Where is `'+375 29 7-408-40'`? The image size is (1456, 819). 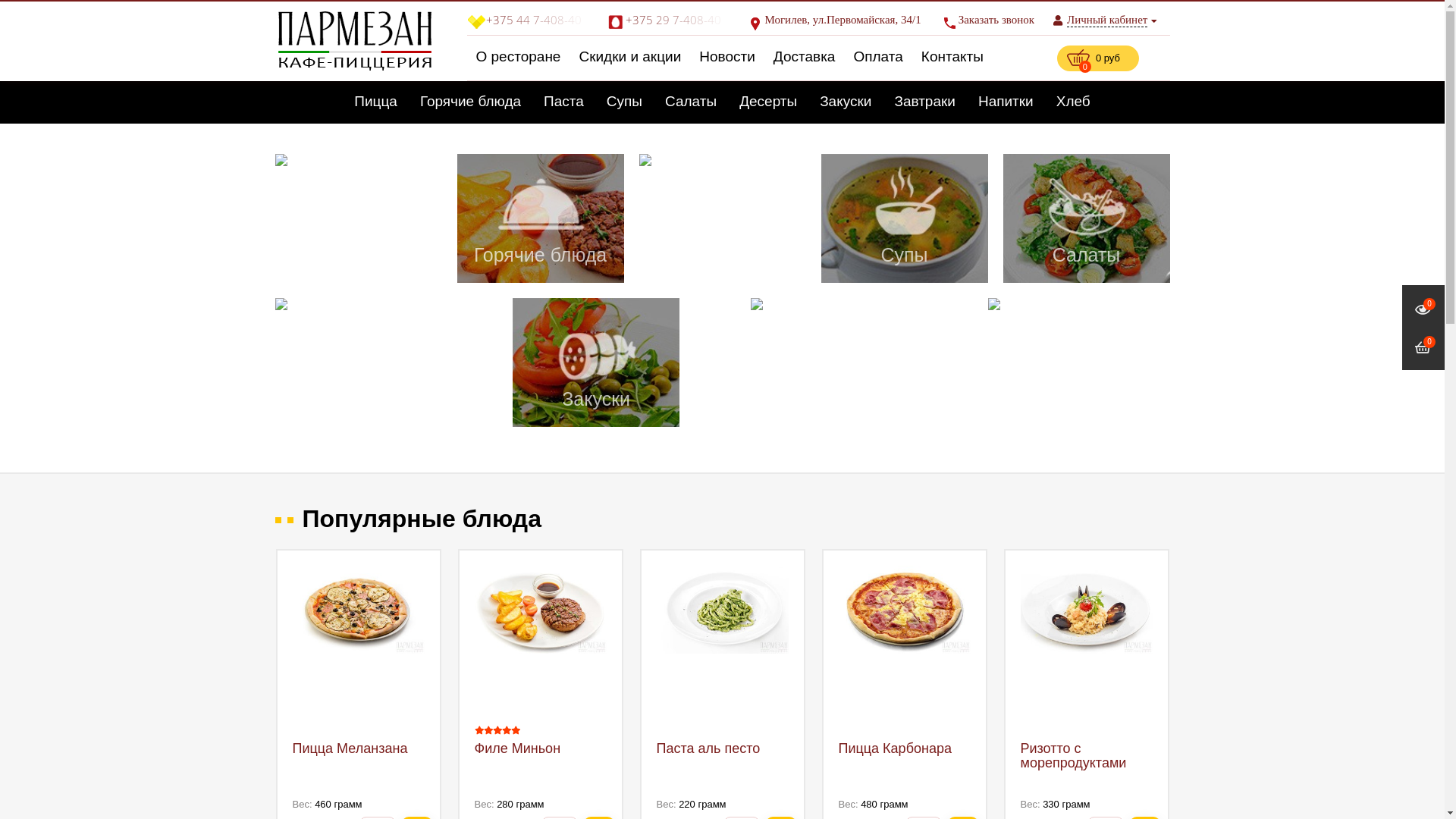 '+375 29 7-408-40' is located at coordinates (607, 20).